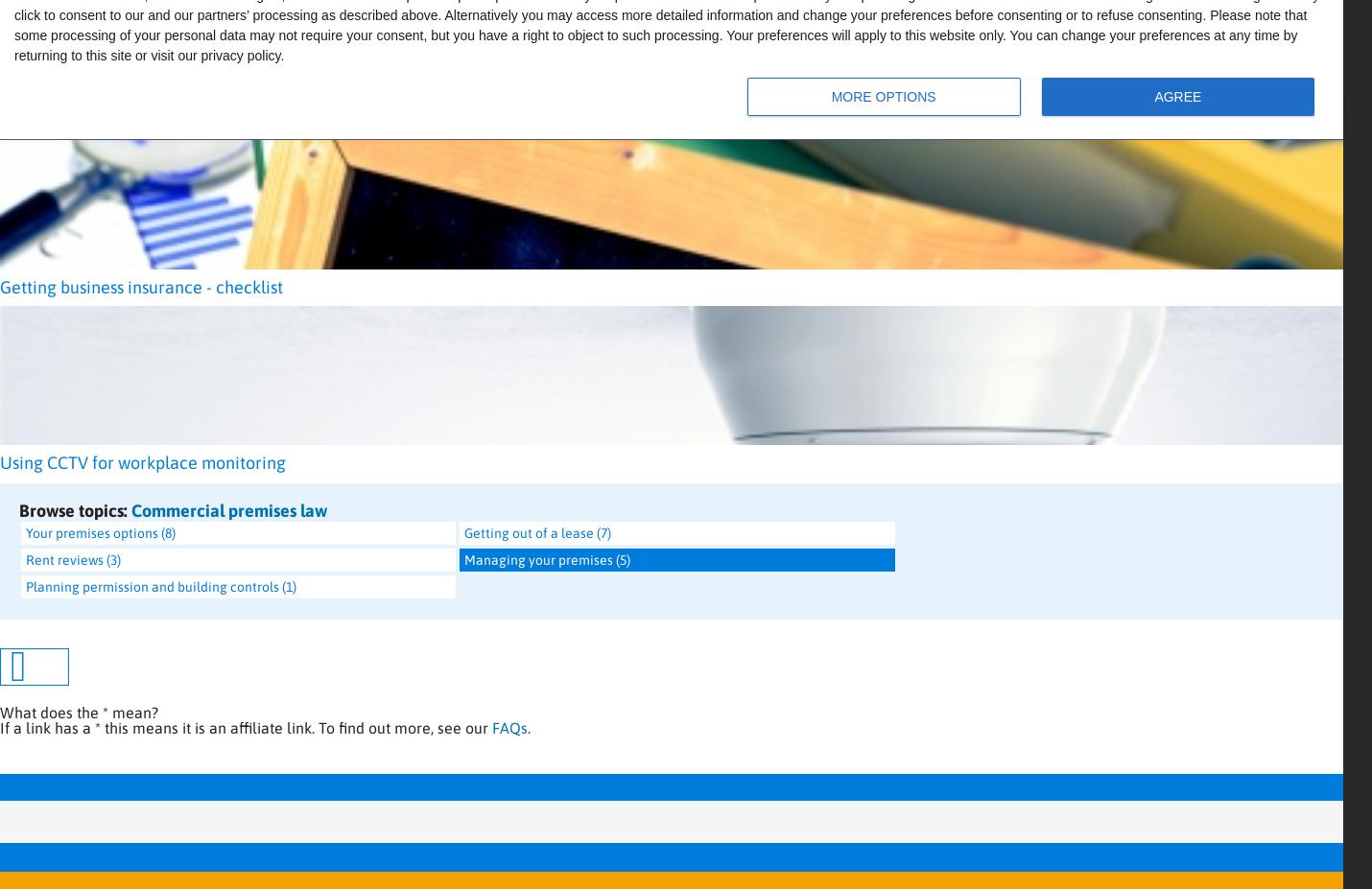  What do you see at coordinates (72, 560) in the screenshot?
I see `'Rent reviews (3)'` at bounding box center [72, 560].